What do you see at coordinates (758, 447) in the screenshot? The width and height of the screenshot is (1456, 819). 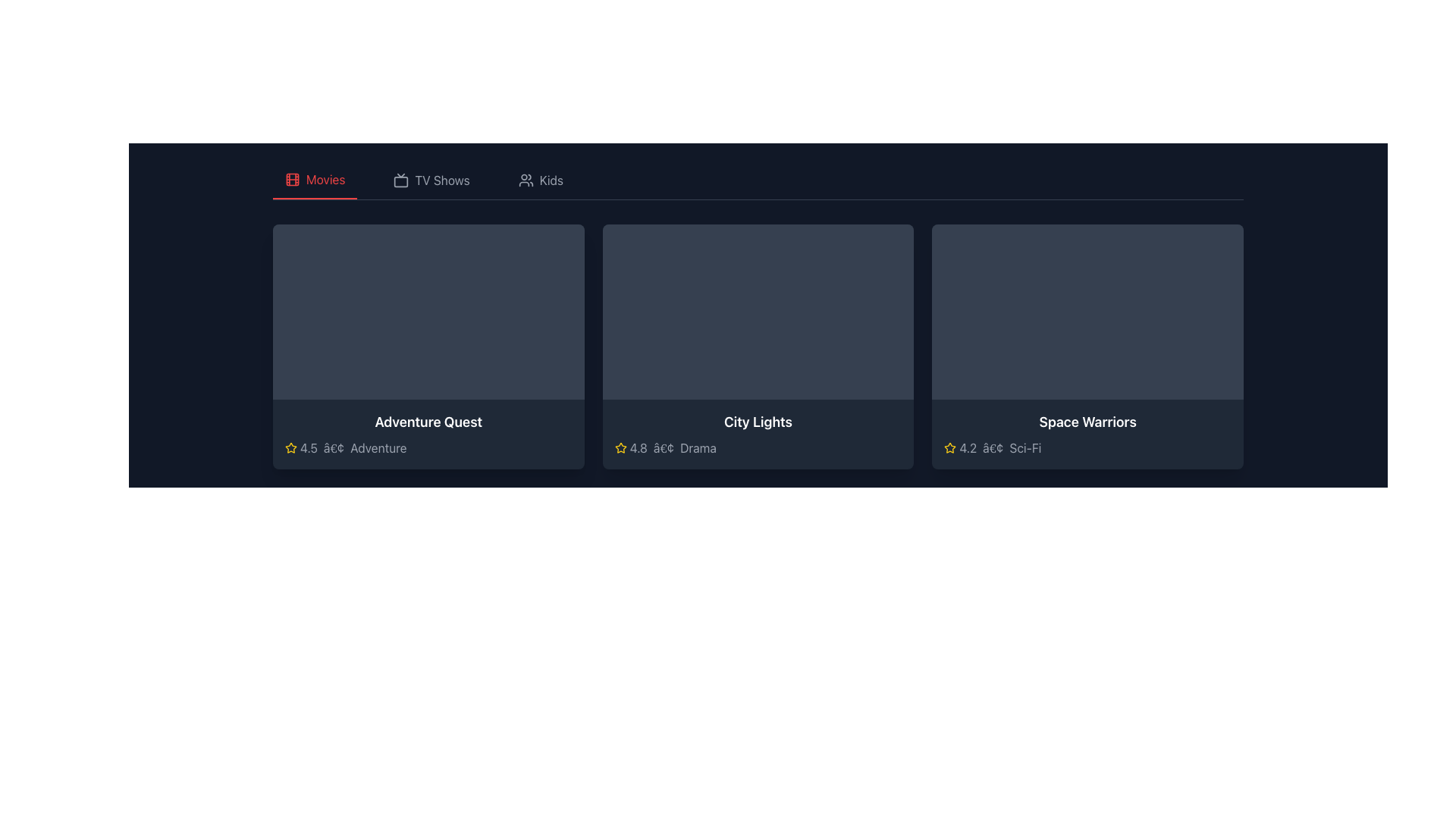 I see `the rating and genre information displayed in the Informational display row of the 'City Lights' card, which shows a rating of '4.8' and the genre 'Drama'` at bounding box center [758, 447].